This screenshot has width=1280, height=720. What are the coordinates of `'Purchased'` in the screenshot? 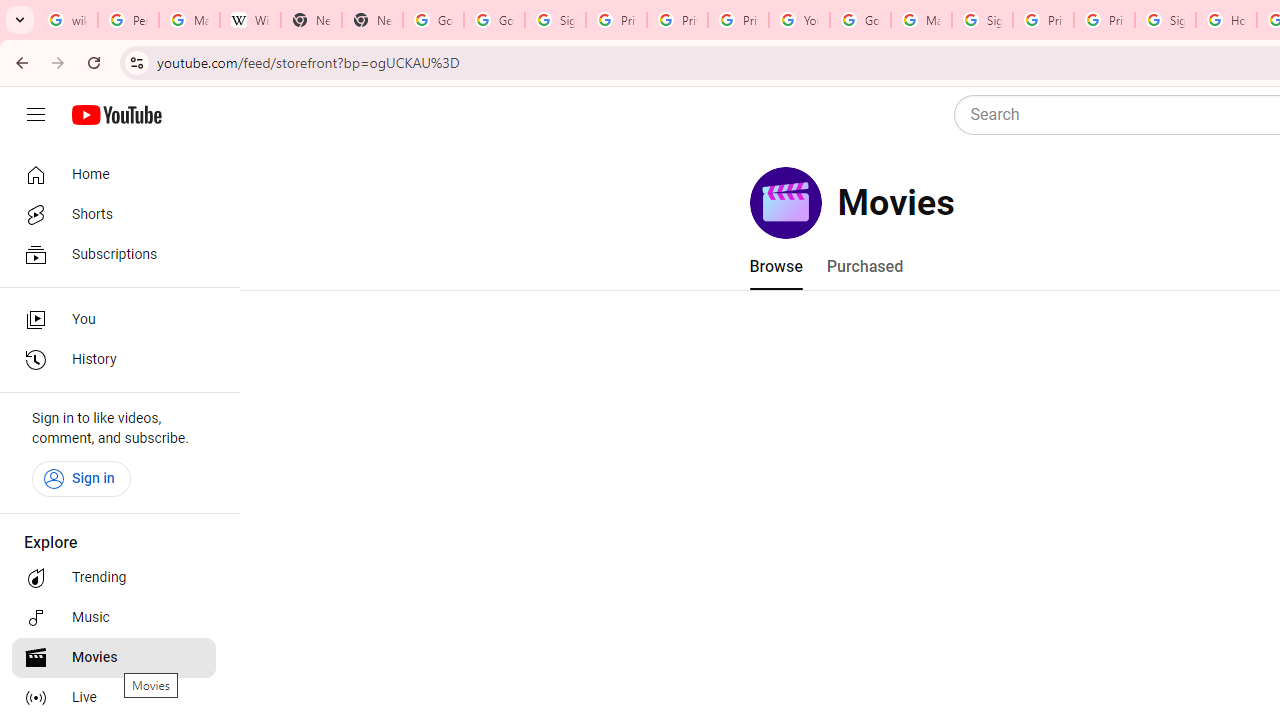 It's located at (864, 266).